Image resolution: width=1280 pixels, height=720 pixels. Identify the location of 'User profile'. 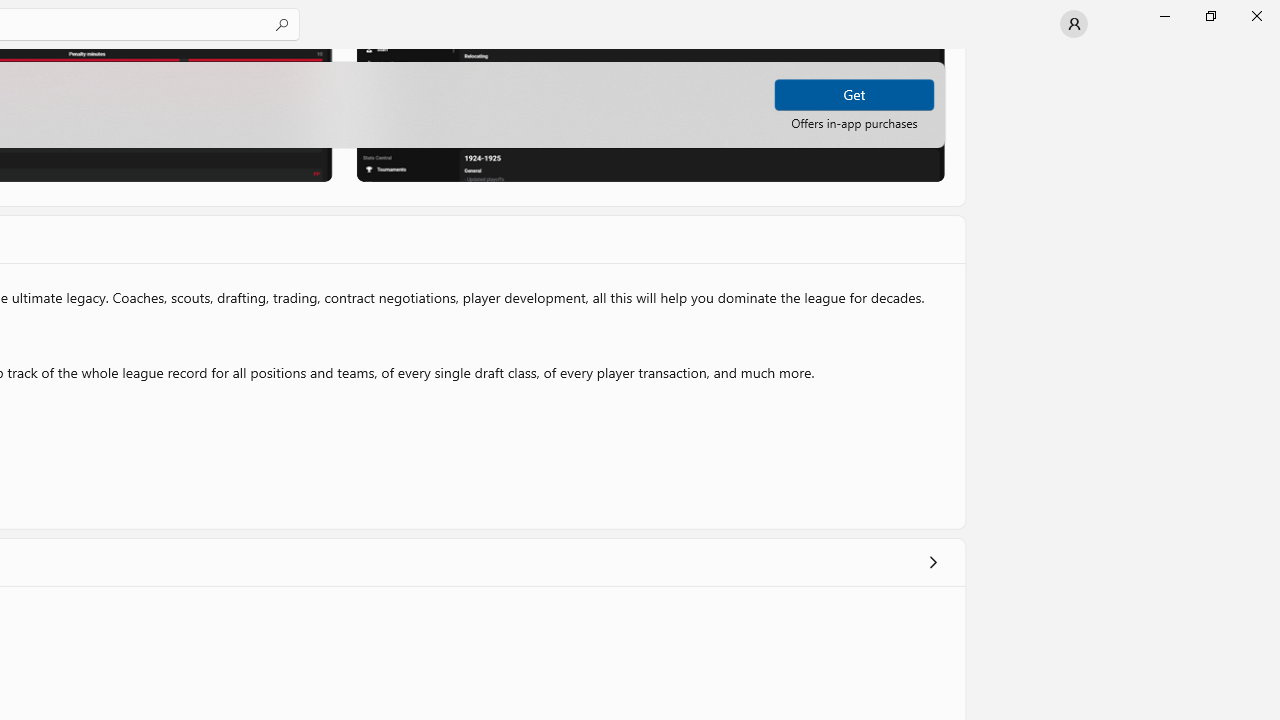
(1072, 24).